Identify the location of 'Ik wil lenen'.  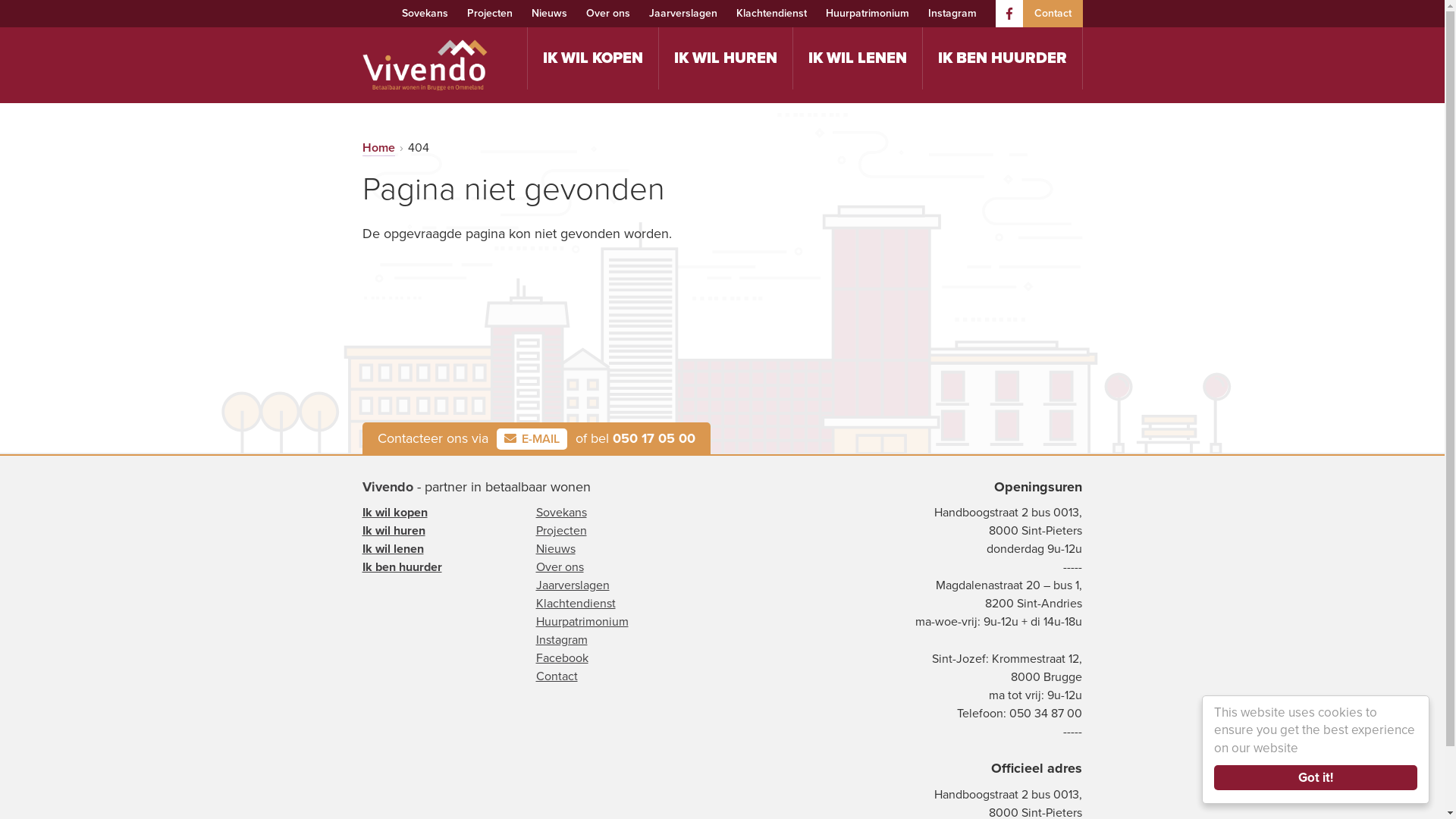
(393, 549).